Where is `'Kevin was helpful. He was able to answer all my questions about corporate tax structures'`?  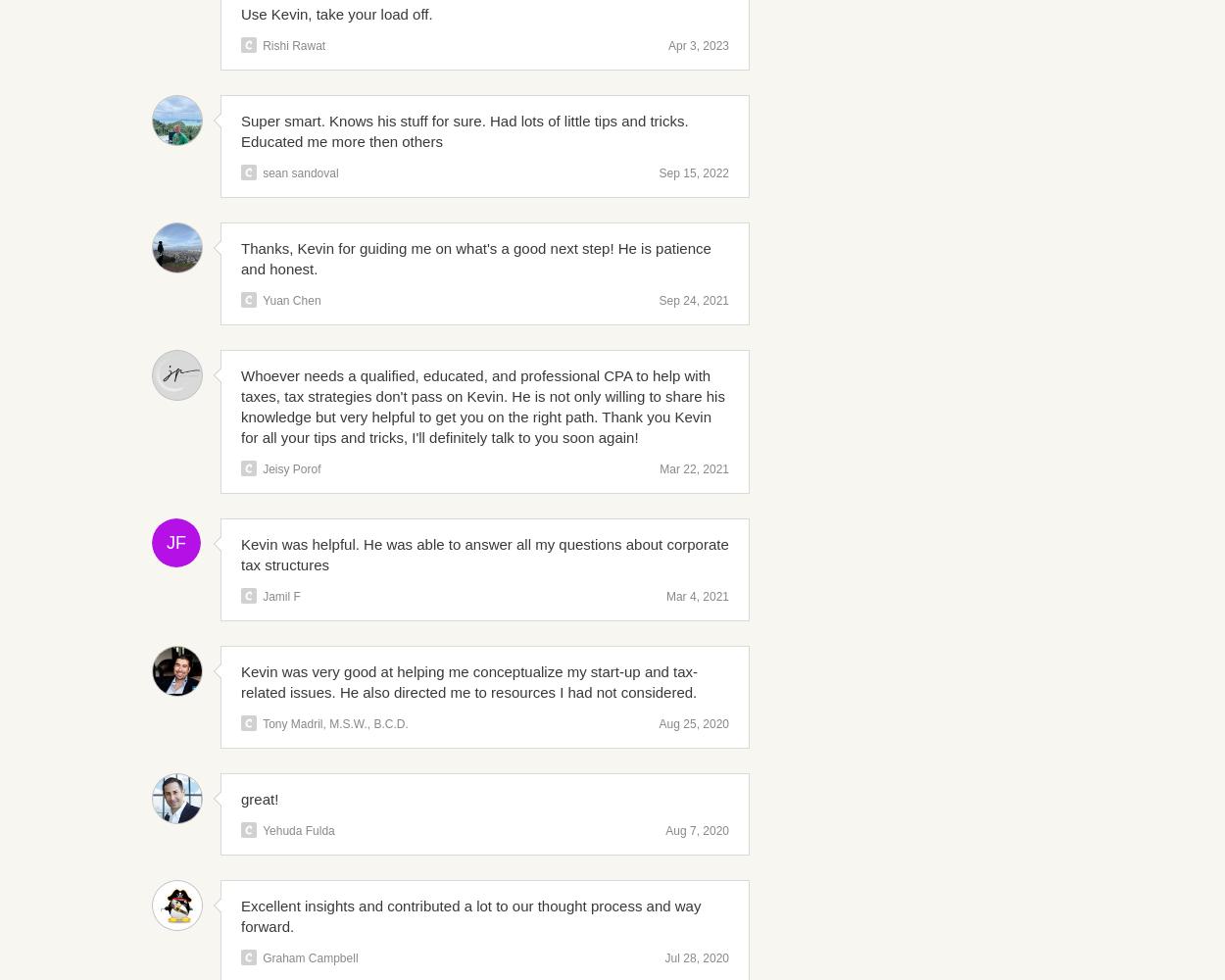 'Kevin was helpful. He was able to answer all my questions about corporate tax structures' is located at coordinates (483, 554).